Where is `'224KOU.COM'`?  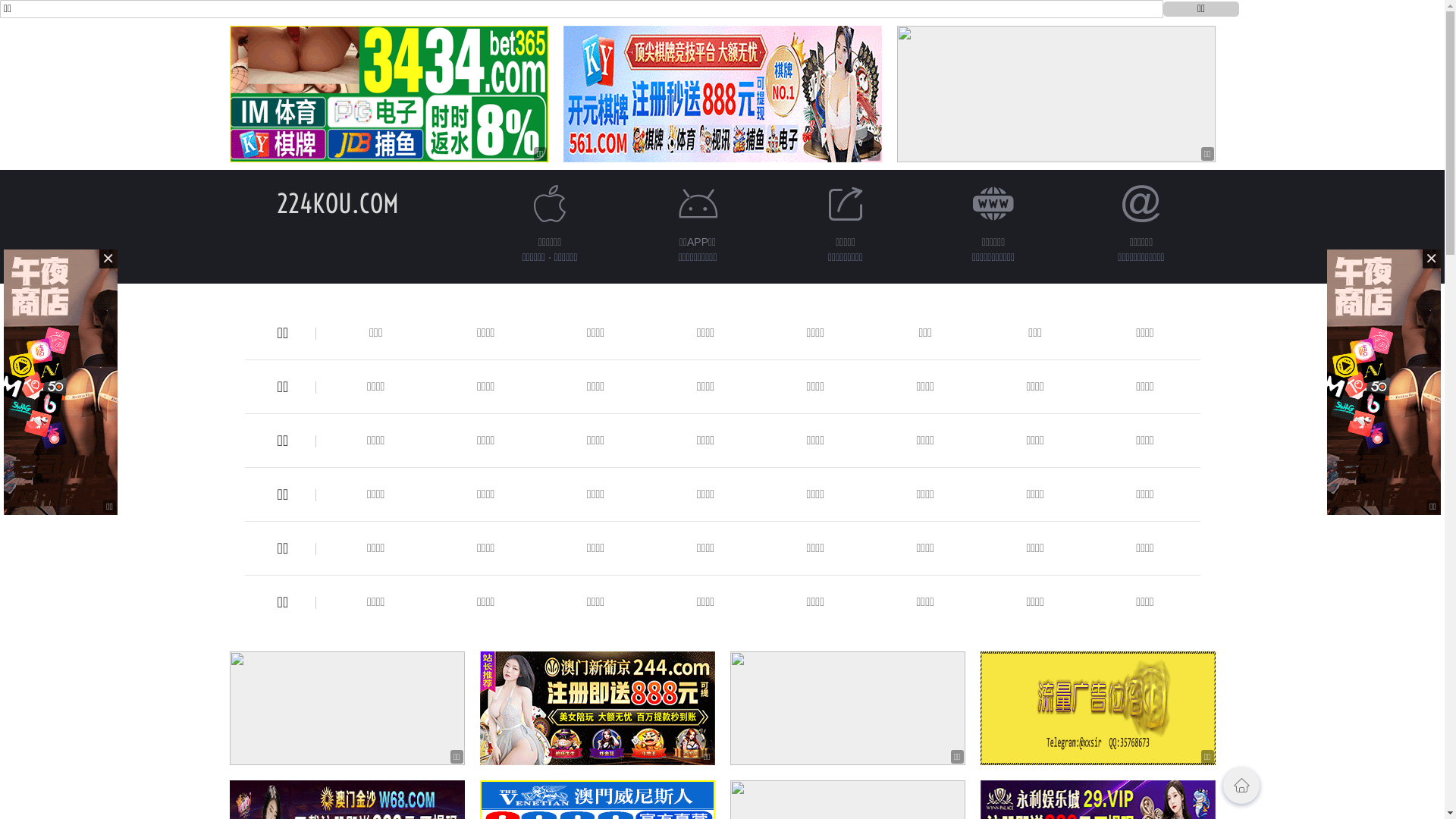 '224KOU.COM' is located at coordinates (337, 202).